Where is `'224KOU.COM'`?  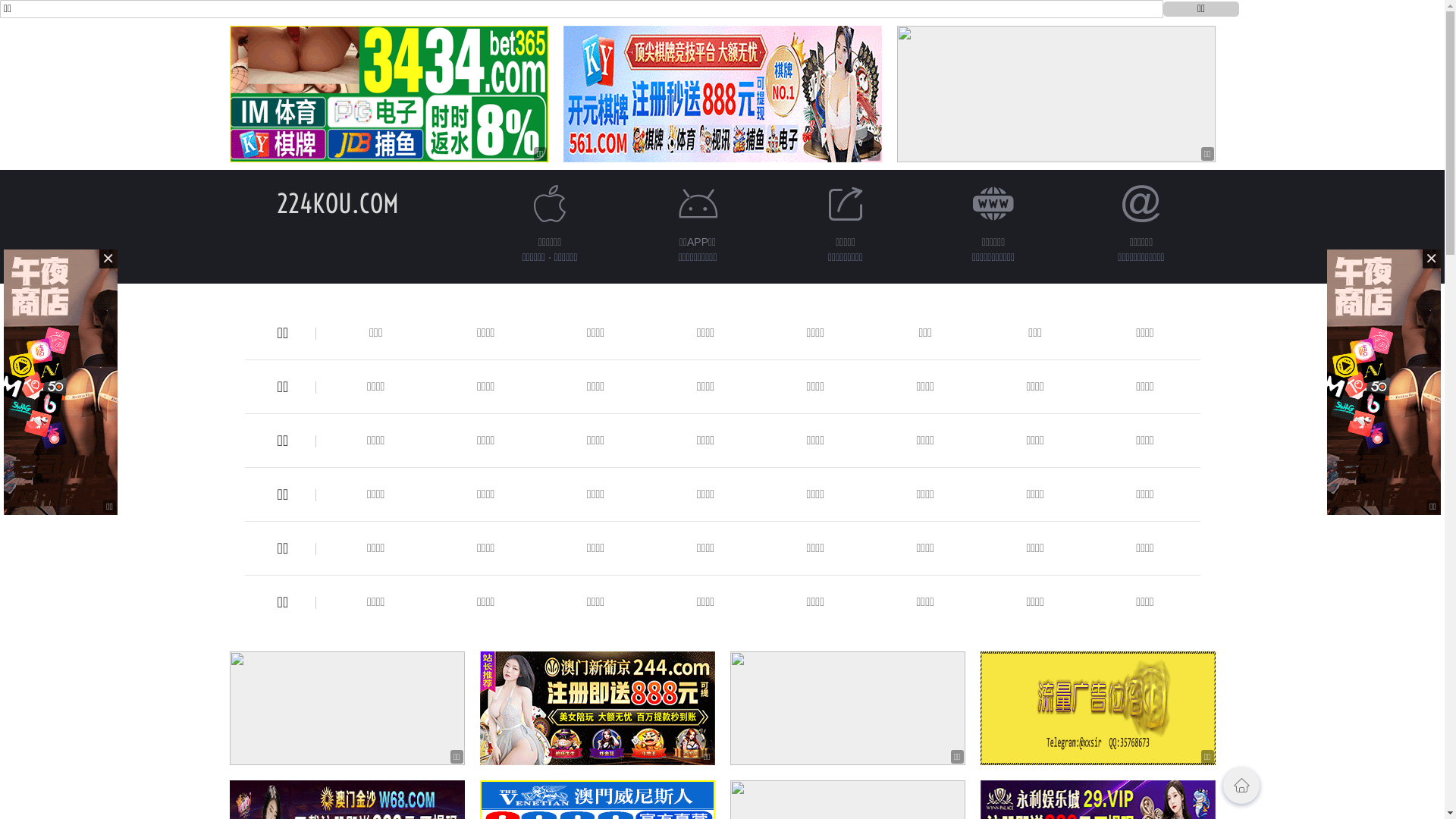 '224KOU.COM' is located at coordinates (337, 202).